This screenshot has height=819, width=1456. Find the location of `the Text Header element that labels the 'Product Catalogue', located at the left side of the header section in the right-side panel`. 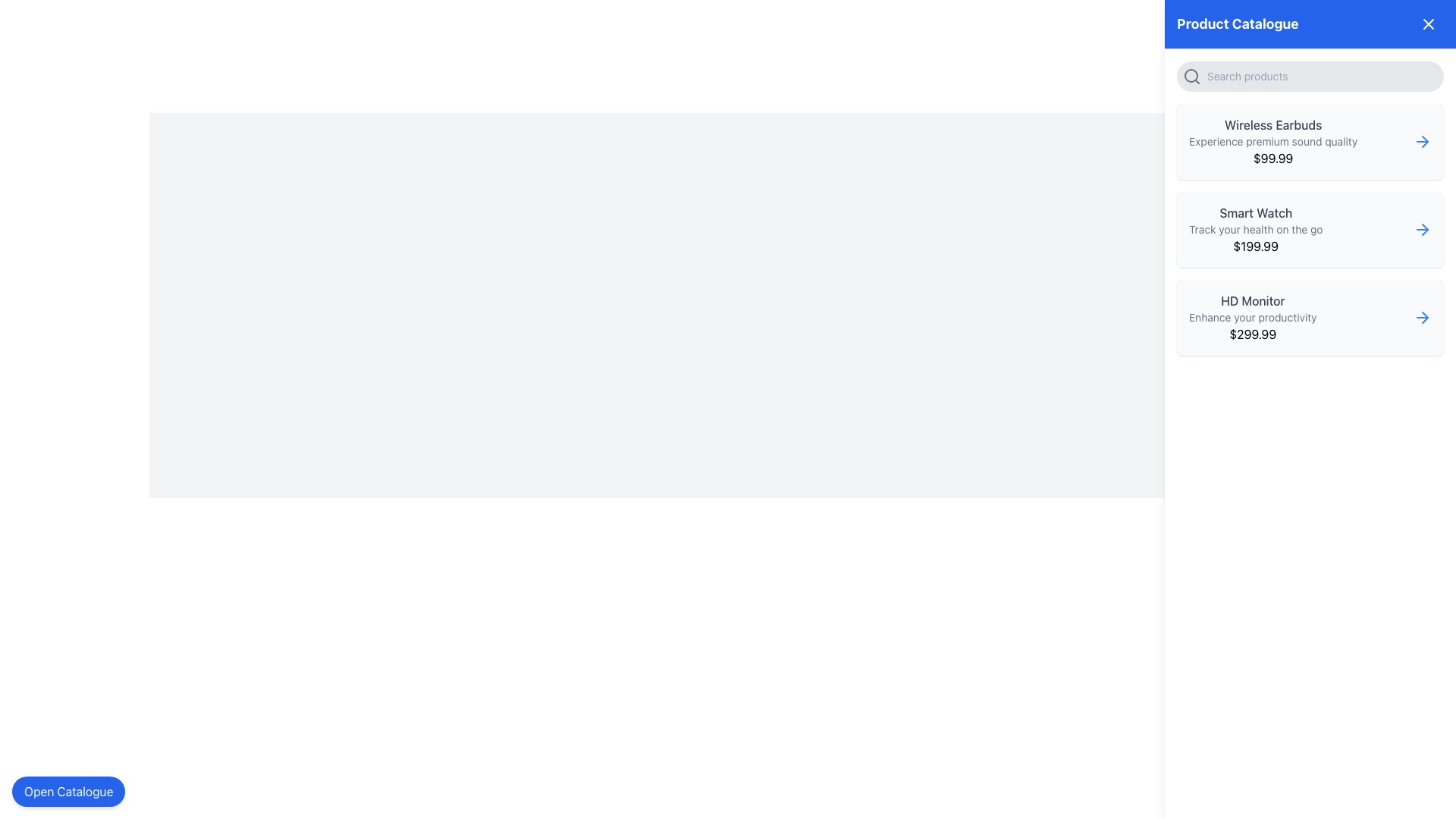

the Text Header element that labels the 'Product Catalogue', located at the left side of the header section in the right-side panel is located at coordinates (1238, 24).